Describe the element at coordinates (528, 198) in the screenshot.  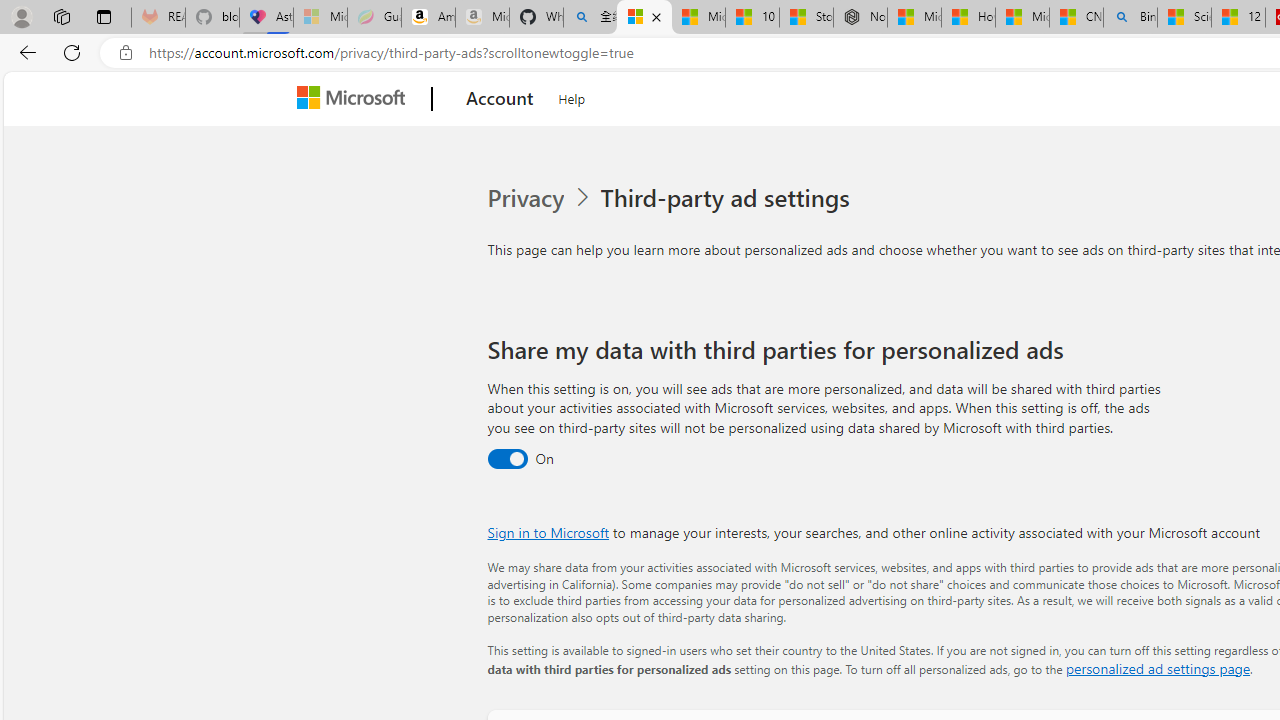
I see `'Privacy'` at that location.